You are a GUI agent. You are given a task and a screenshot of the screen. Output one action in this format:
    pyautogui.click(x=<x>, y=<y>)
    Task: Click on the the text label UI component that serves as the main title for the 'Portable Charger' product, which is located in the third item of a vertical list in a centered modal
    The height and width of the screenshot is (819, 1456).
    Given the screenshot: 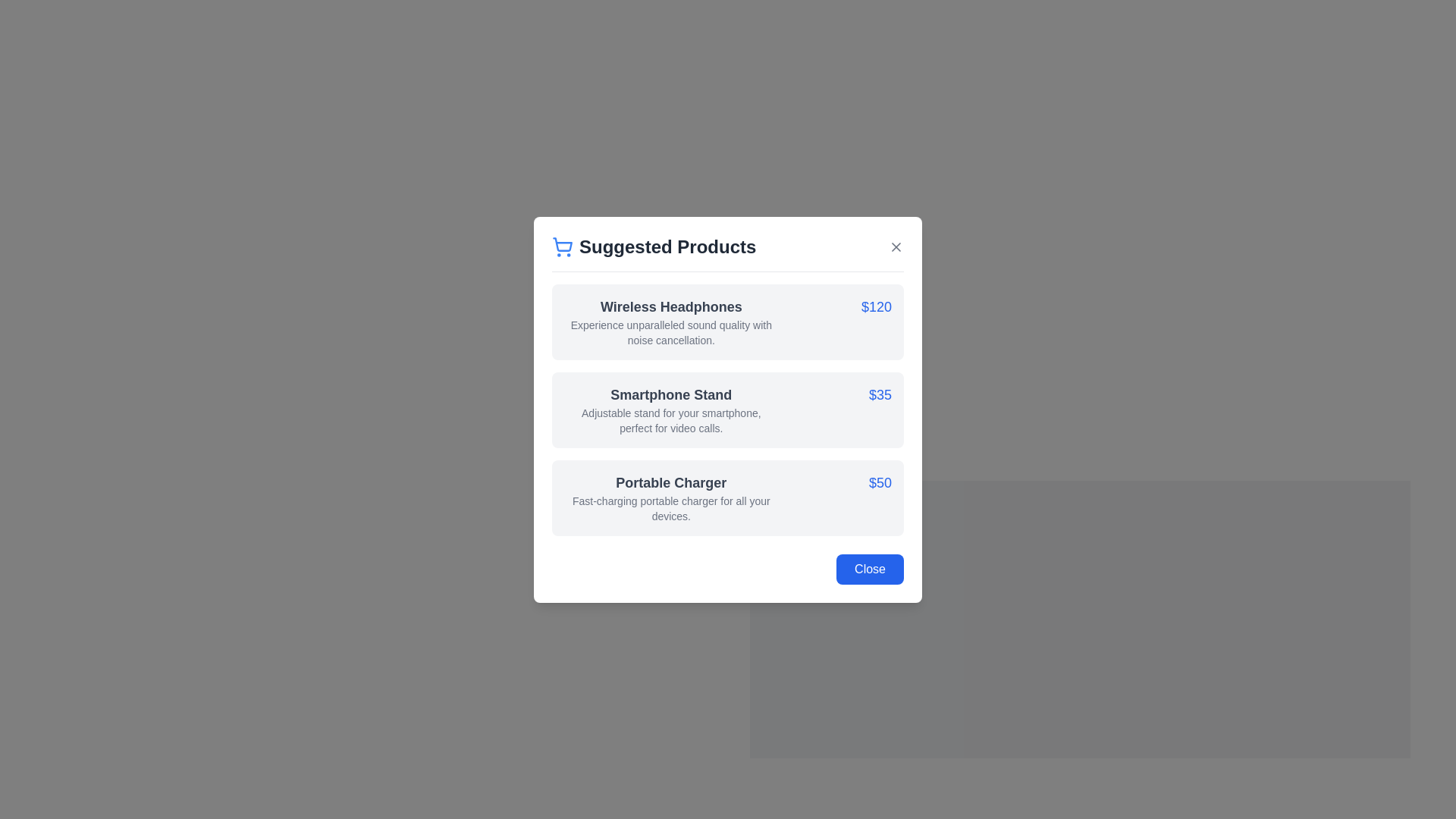 What is the action you would take?
    pyautogui.click(x=670, y=482)
    